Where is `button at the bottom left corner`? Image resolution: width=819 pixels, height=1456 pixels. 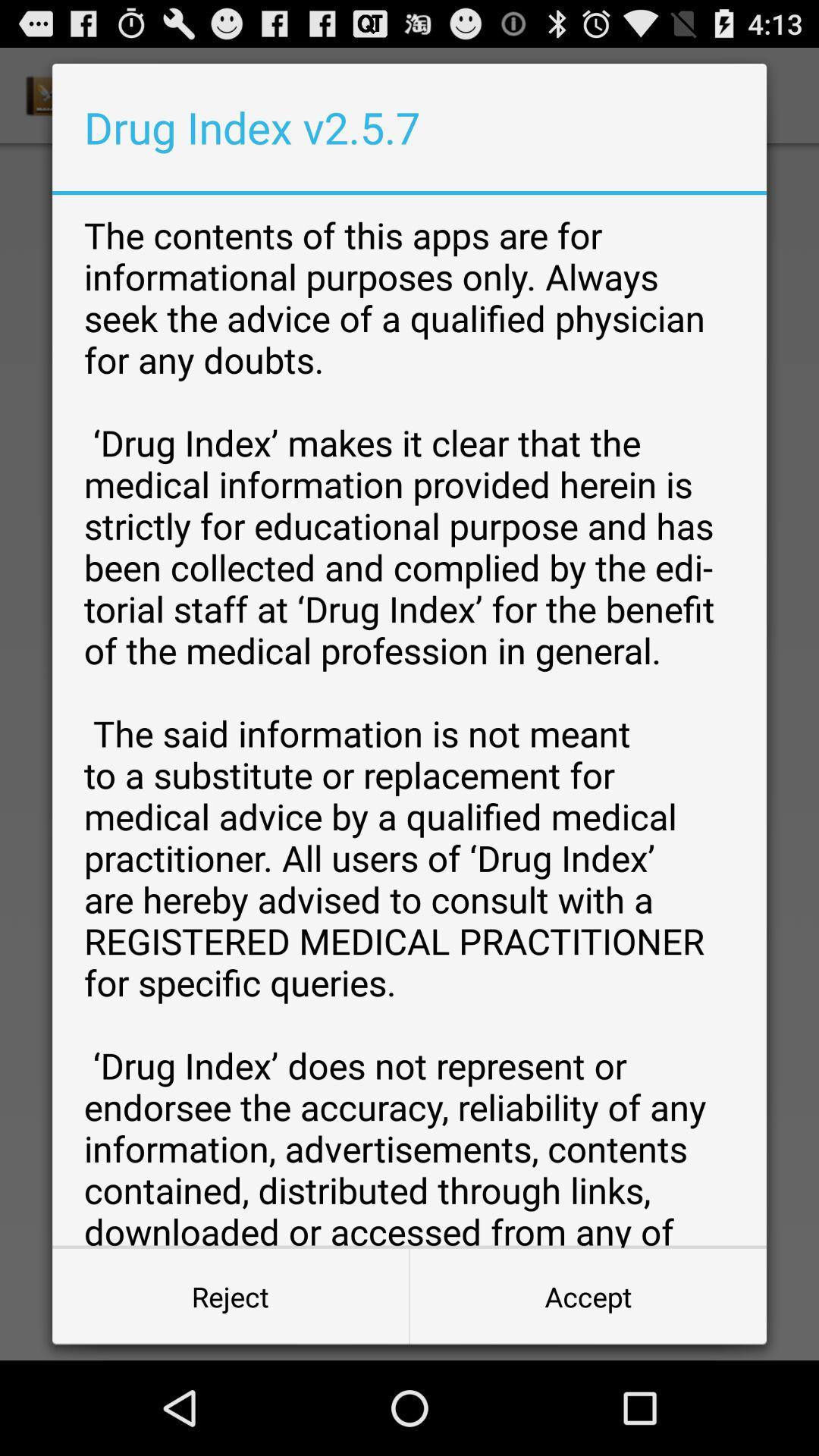
button at the bottom left corner is located at coordinates (231, 1295).